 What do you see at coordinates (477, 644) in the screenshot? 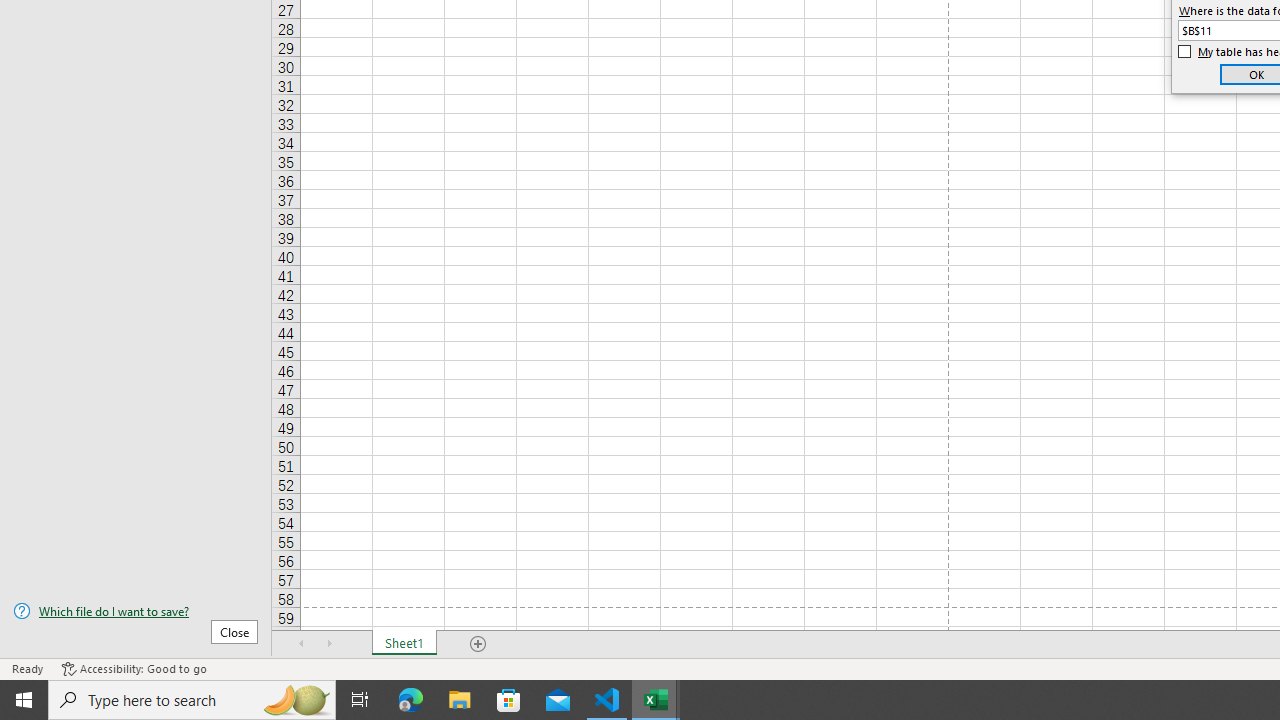
I see `'Add Sheet'` at bounding box center [477, 644].